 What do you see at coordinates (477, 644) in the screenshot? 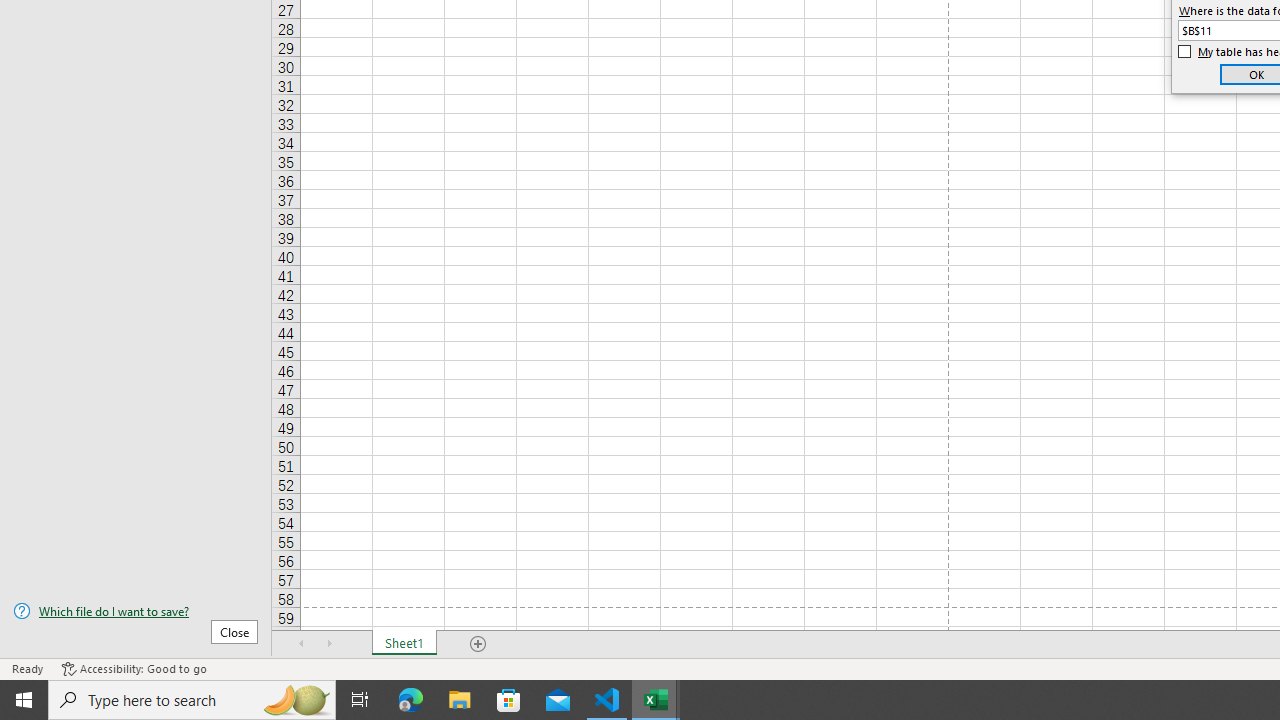
I see `'Add Sheet'` at bounding box center [477, 644].